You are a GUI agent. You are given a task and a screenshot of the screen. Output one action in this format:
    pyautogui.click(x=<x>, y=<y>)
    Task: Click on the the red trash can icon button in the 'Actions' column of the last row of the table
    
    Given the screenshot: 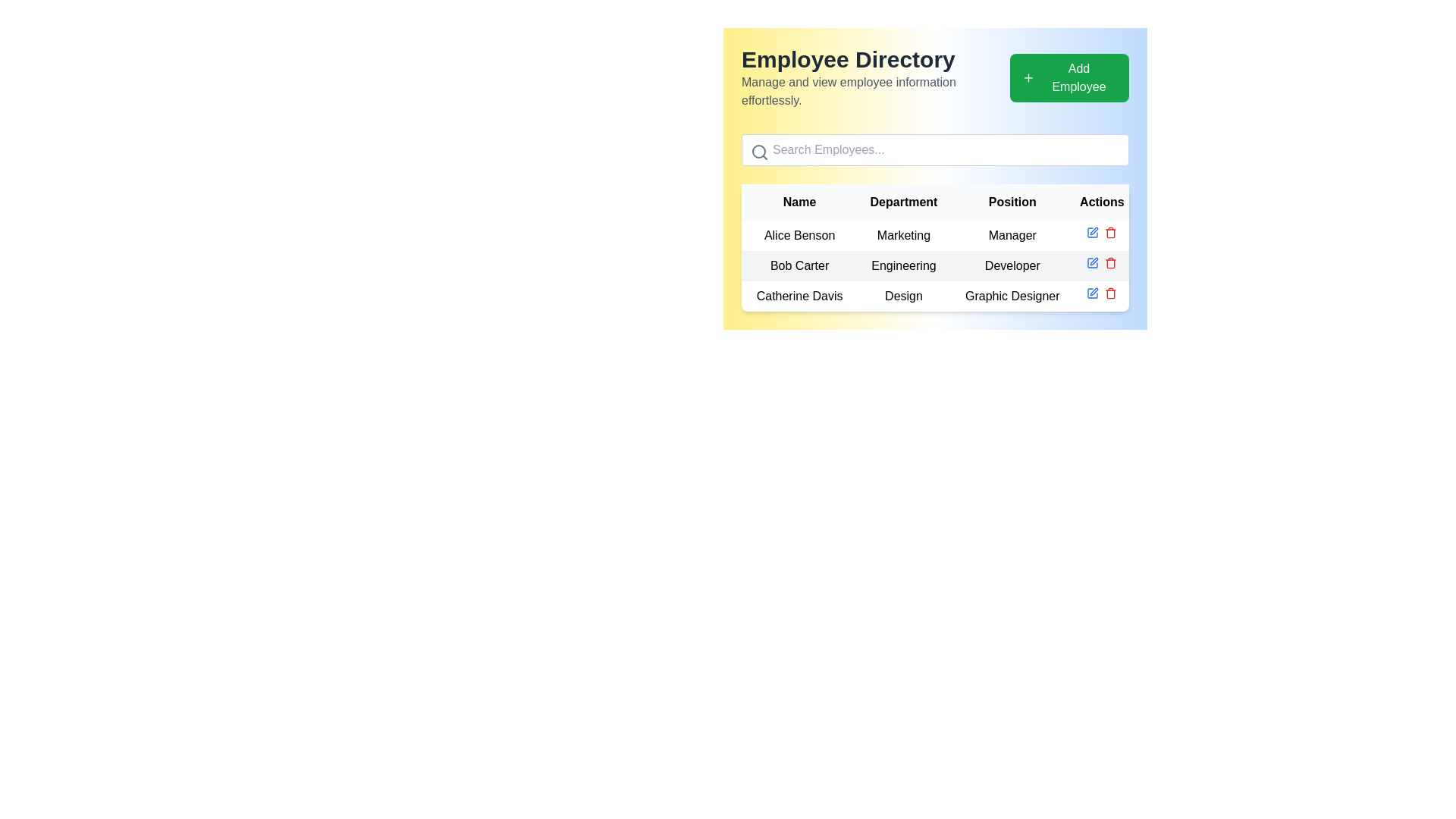 What is the action you would take?
    pyautogui.click(x=1111, y=233)
    